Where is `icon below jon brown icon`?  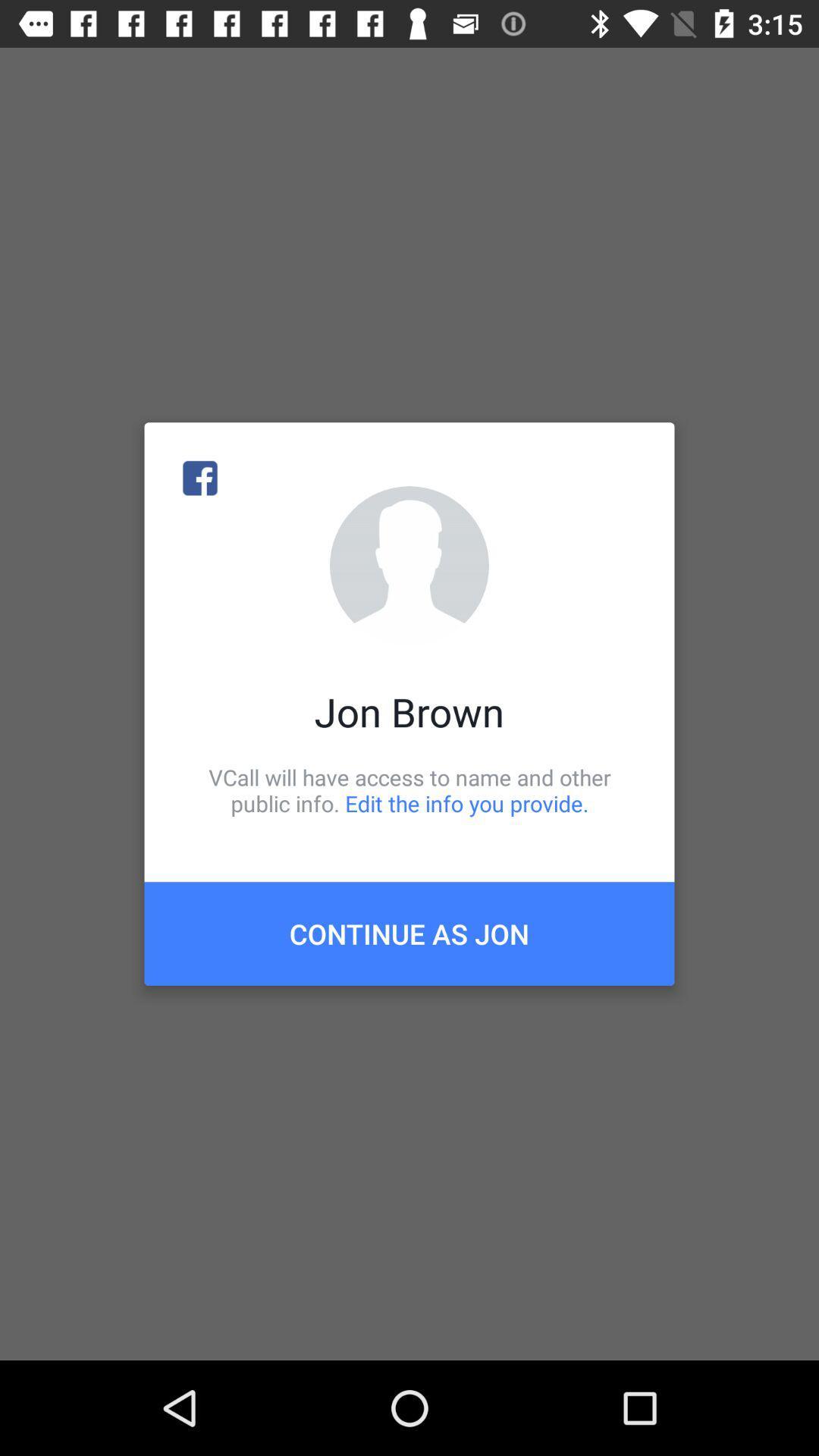 icon below jon brown icon is located at coordinates (409, 789).